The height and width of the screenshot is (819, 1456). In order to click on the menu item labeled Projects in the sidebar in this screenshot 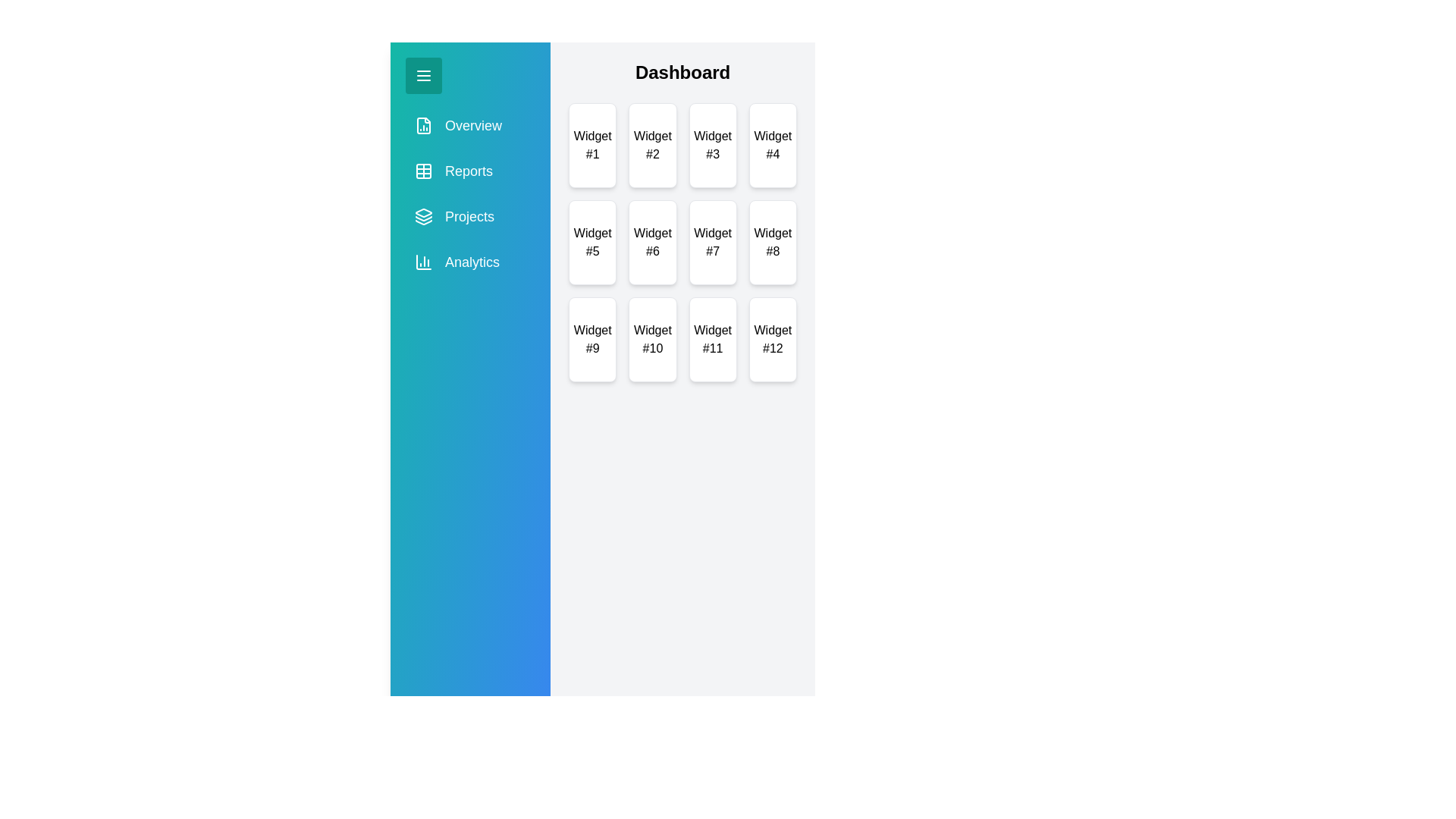, I will do `click(469, 216)`.